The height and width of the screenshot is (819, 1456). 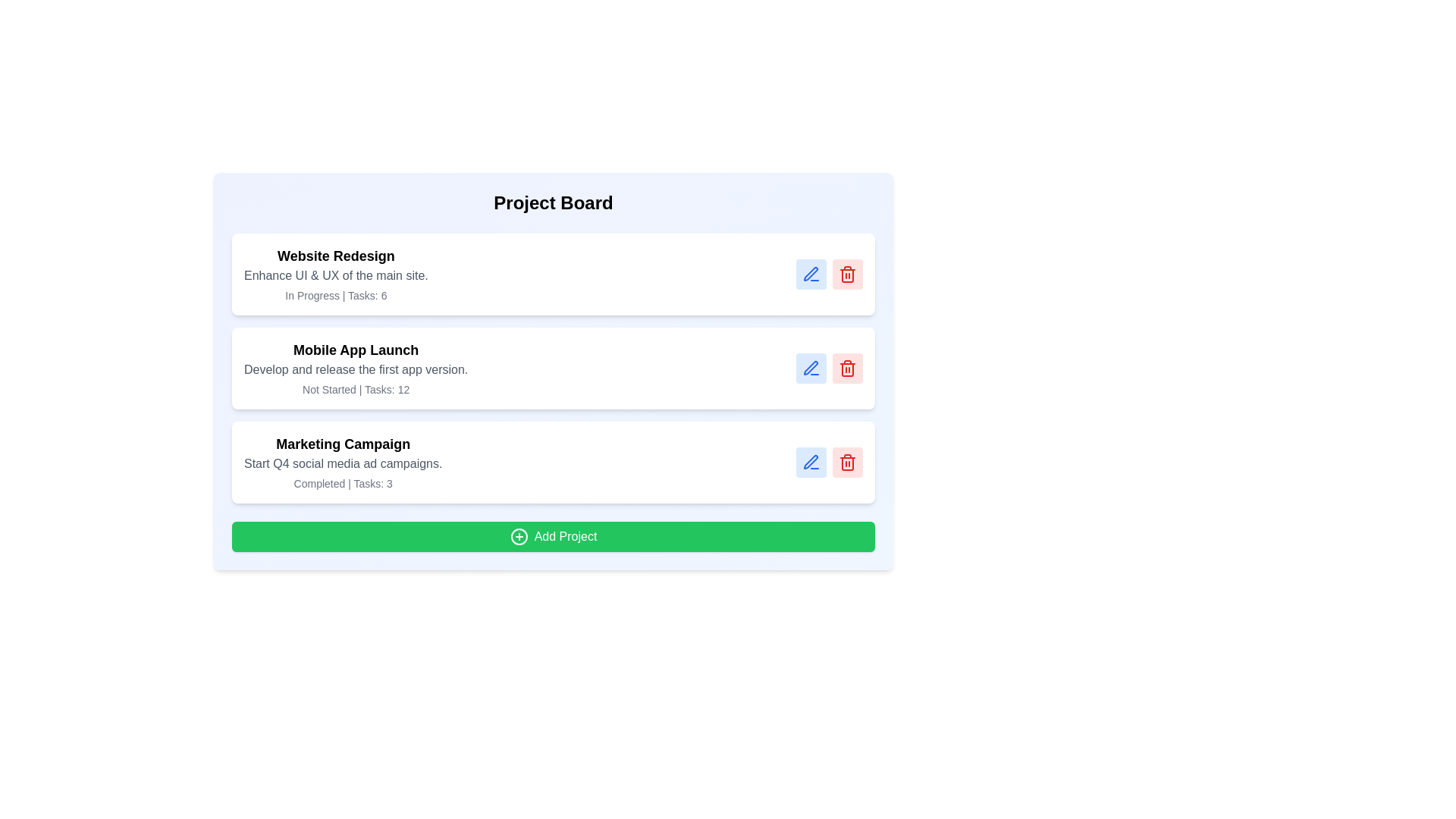 What do you see at coordinates (811, 461) in the screenshot?
I see `the edit button for the project 'Marketing Campaign'` at bounding box center [811, 461].